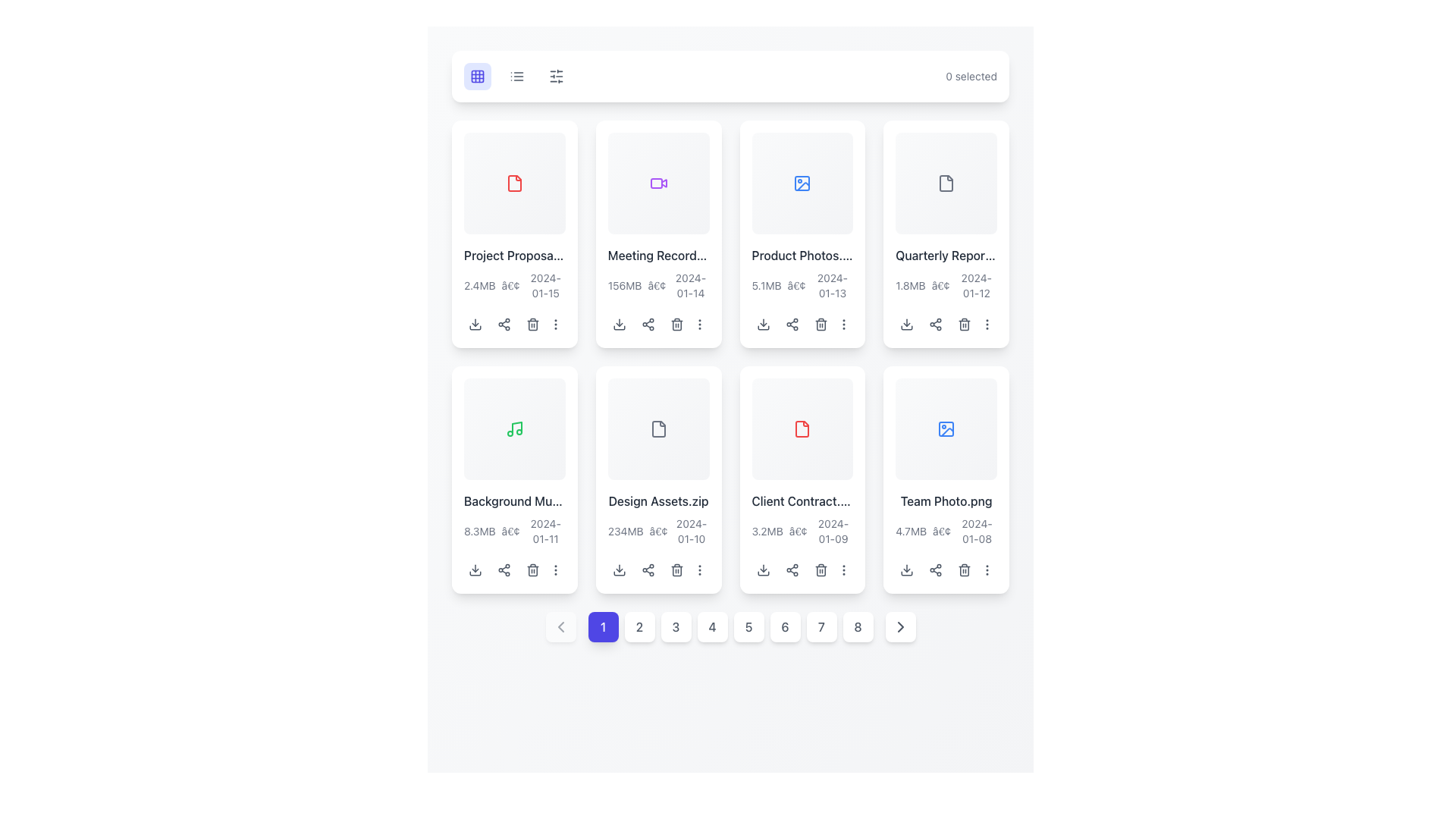 This screenshot has width=1456, height=819. What do you see at coordinates (987, 323) in the screenshot?
I see `the 'more options' button, a three-dot icon located` at bounding box center [987, 323].